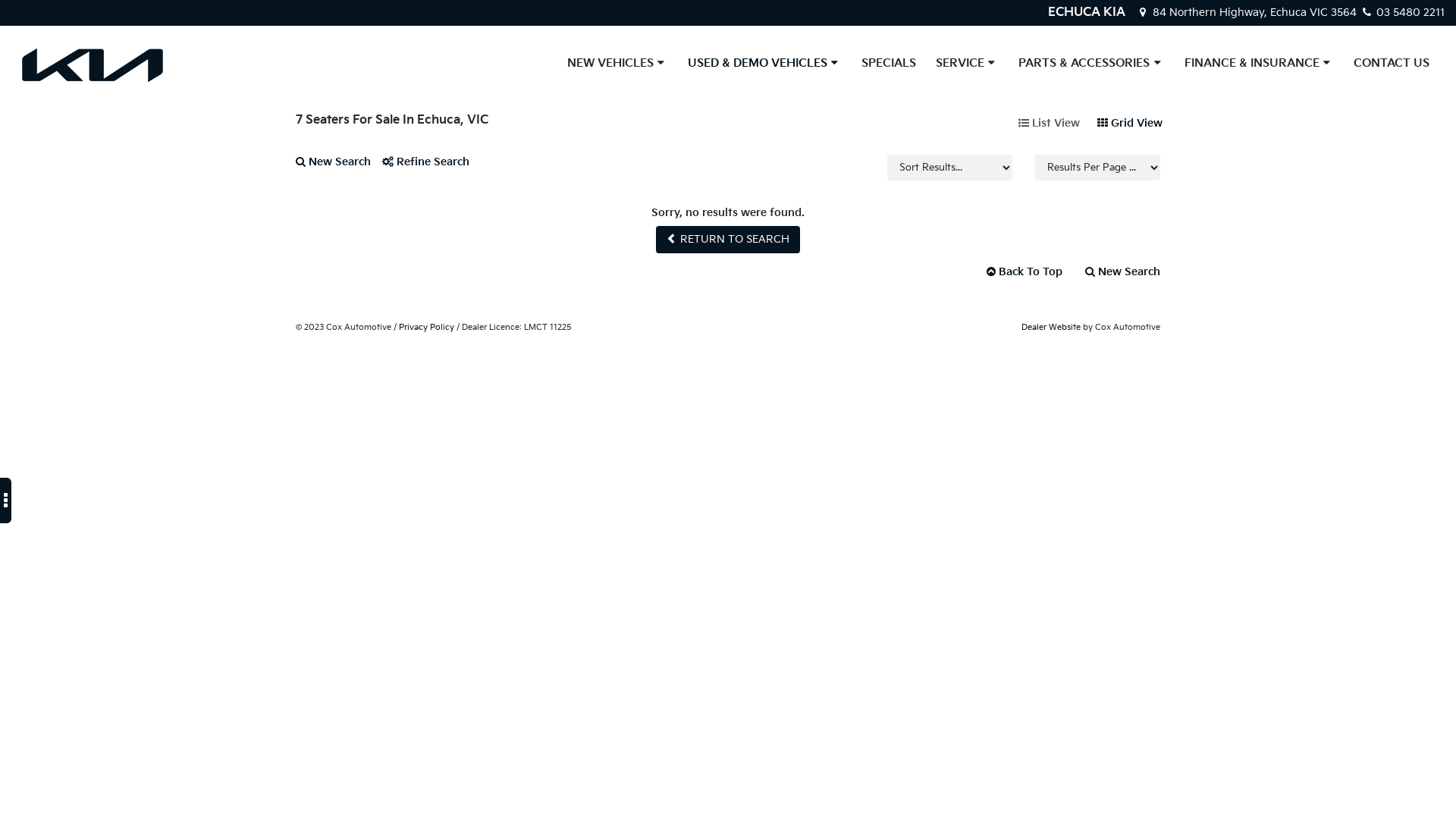  I want to click on 'New Search', so click(1117, 271).